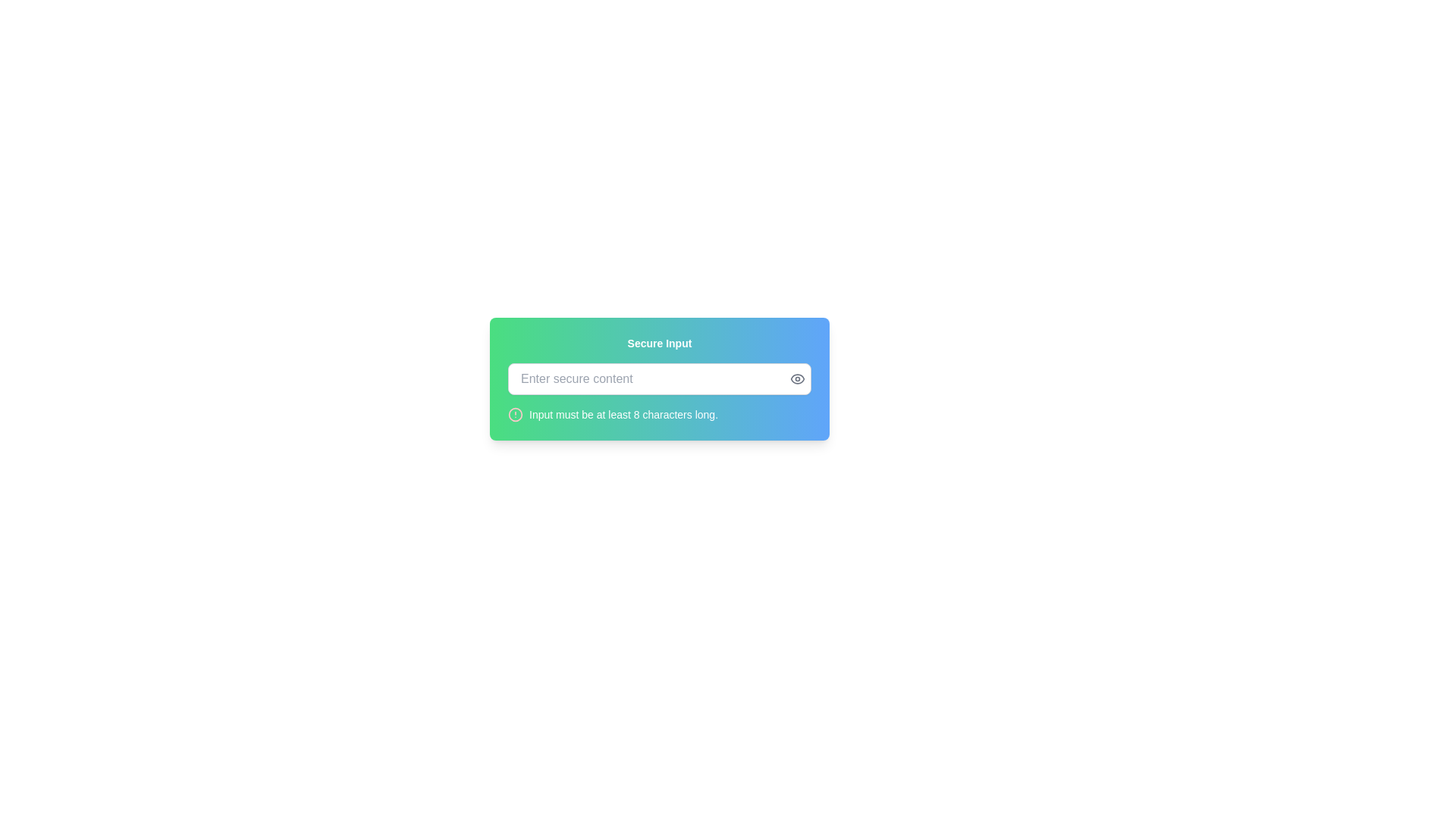 This screenshot has width=1456, height=819. I want to click on the visibility toggle button located at the far right of the password input field, so click(796, 378).